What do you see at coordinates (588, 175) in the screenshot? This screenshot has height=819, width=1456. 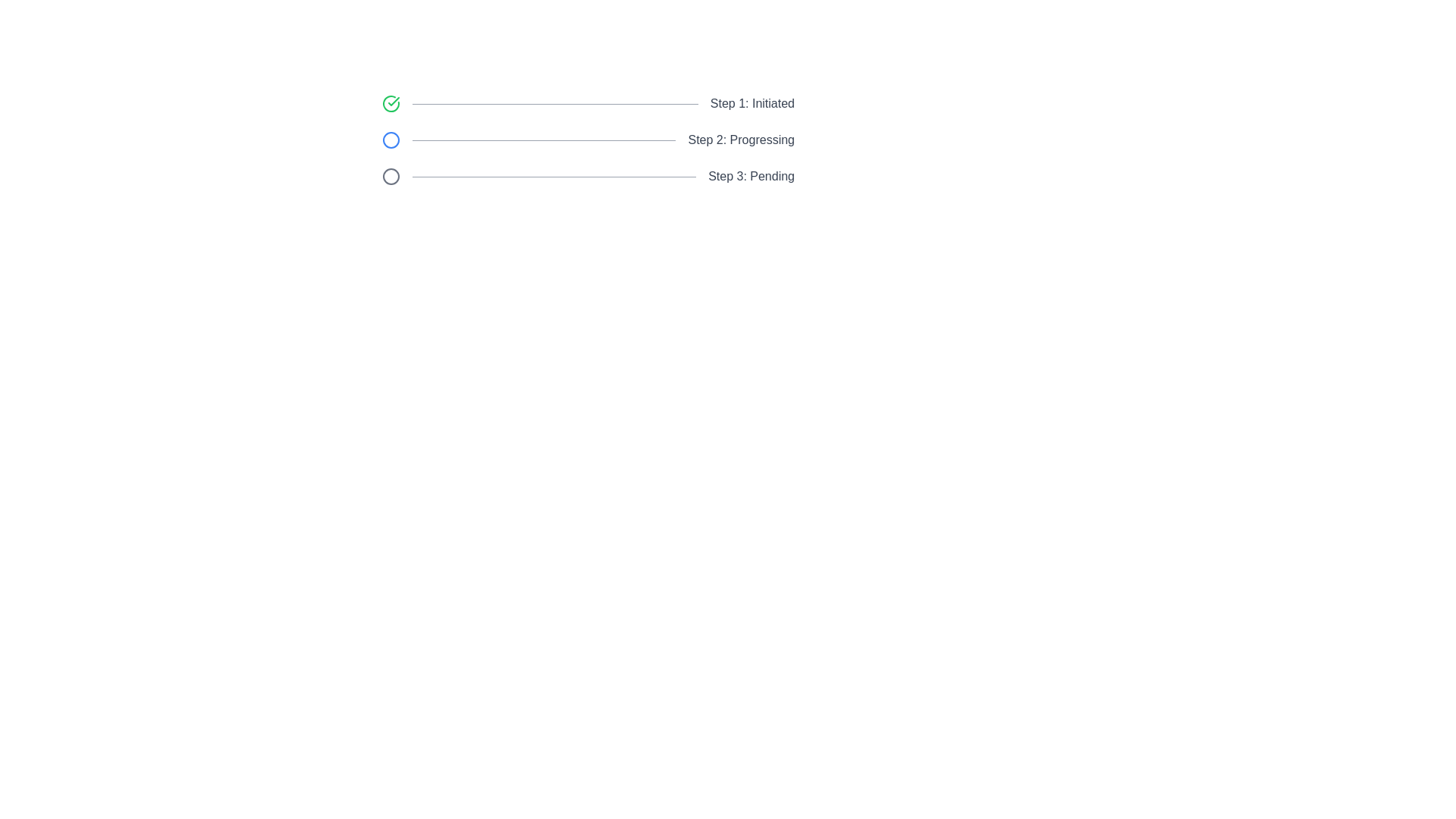 I see `the third element of the Progress step indicator labeled 'Step 3: Pending'` at bounding box center [588, 175].